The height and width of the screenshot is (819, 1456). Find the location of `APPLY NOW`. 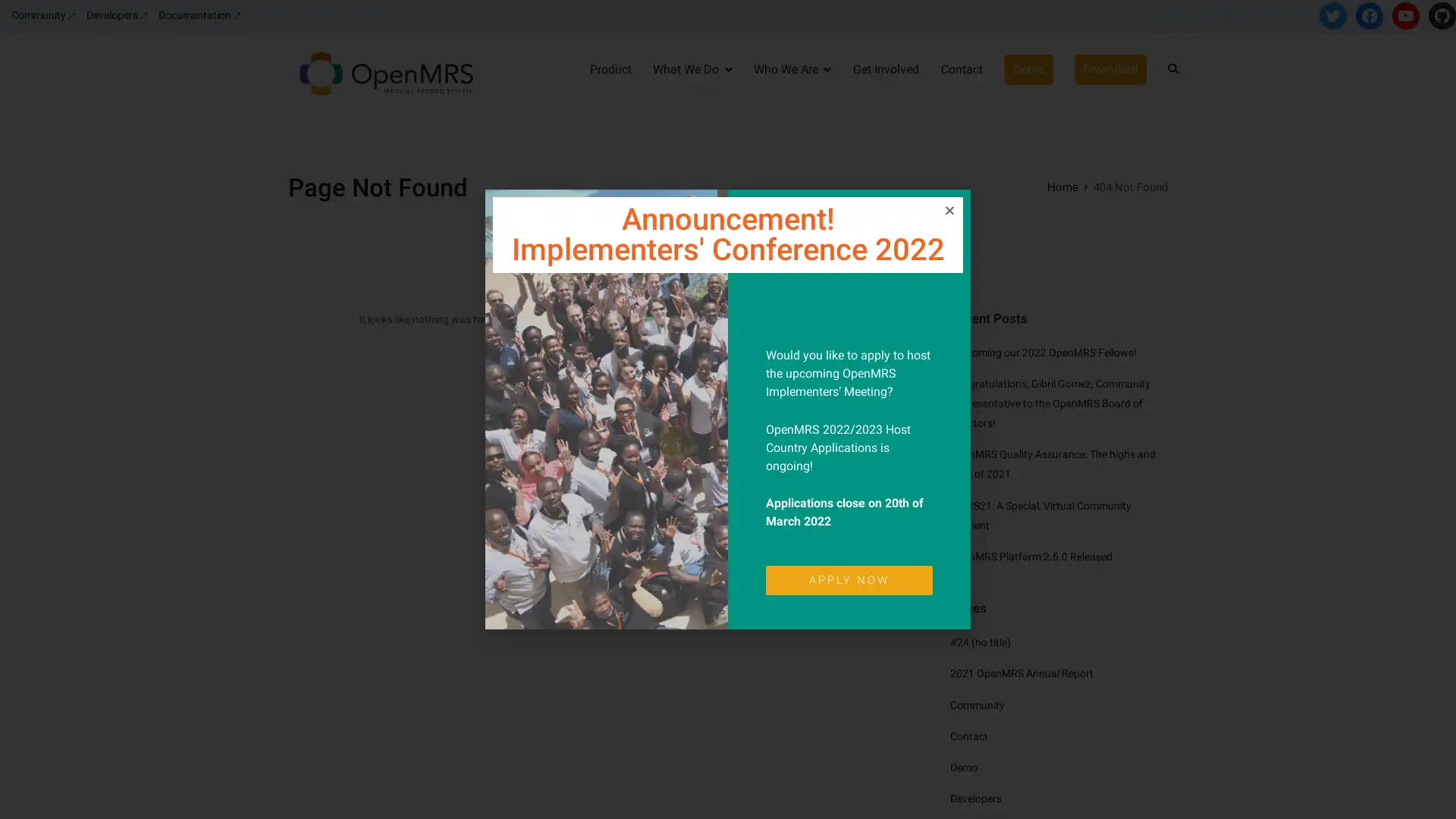

APPLY NOW is located at coordinates (848, 580).